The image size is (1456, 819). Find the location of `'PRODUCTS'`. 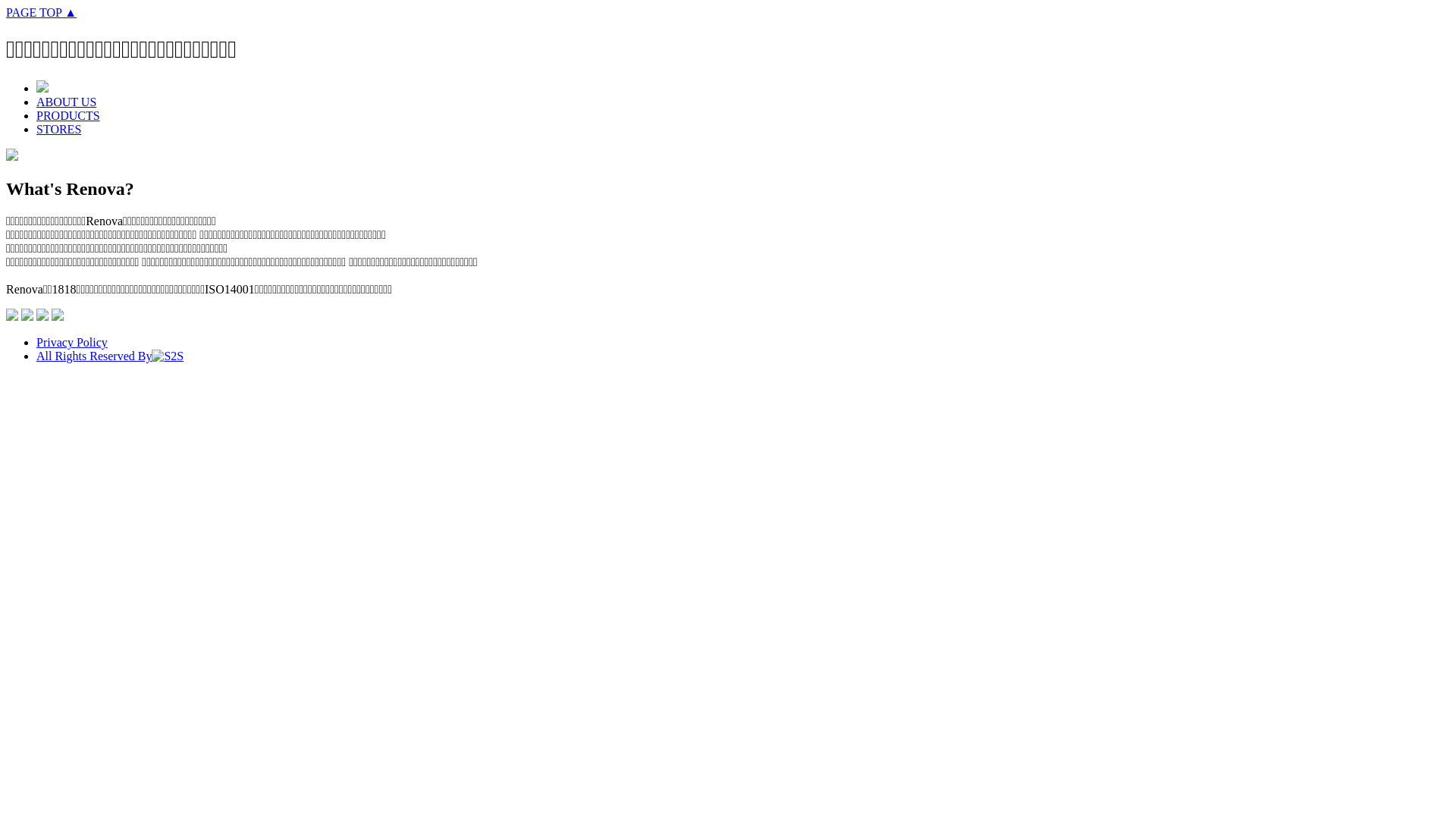

'PRODUCTS' is located at coordinates (67, 115).